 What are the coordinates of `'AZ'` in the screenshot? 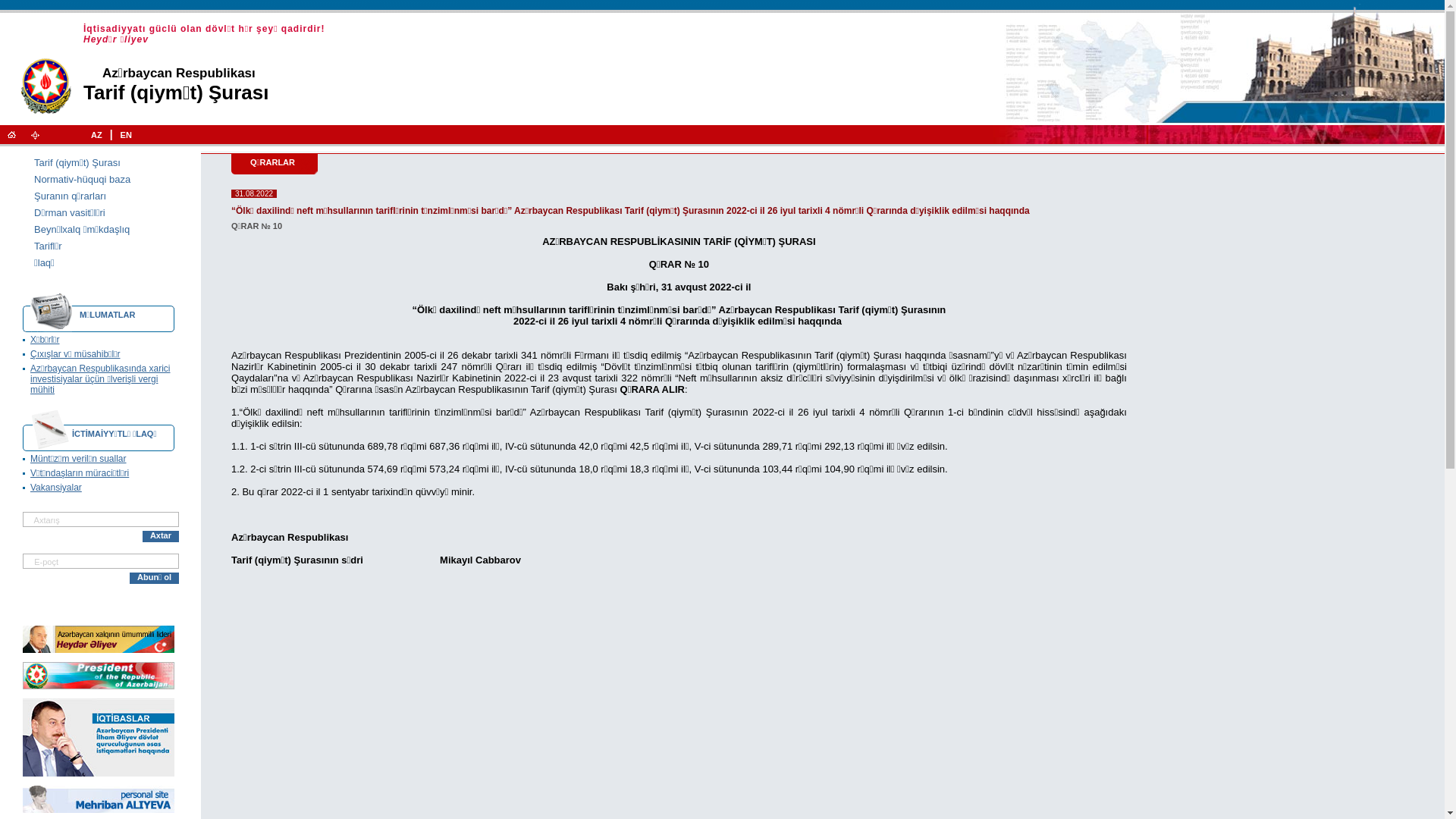 It's located at (96, 133).